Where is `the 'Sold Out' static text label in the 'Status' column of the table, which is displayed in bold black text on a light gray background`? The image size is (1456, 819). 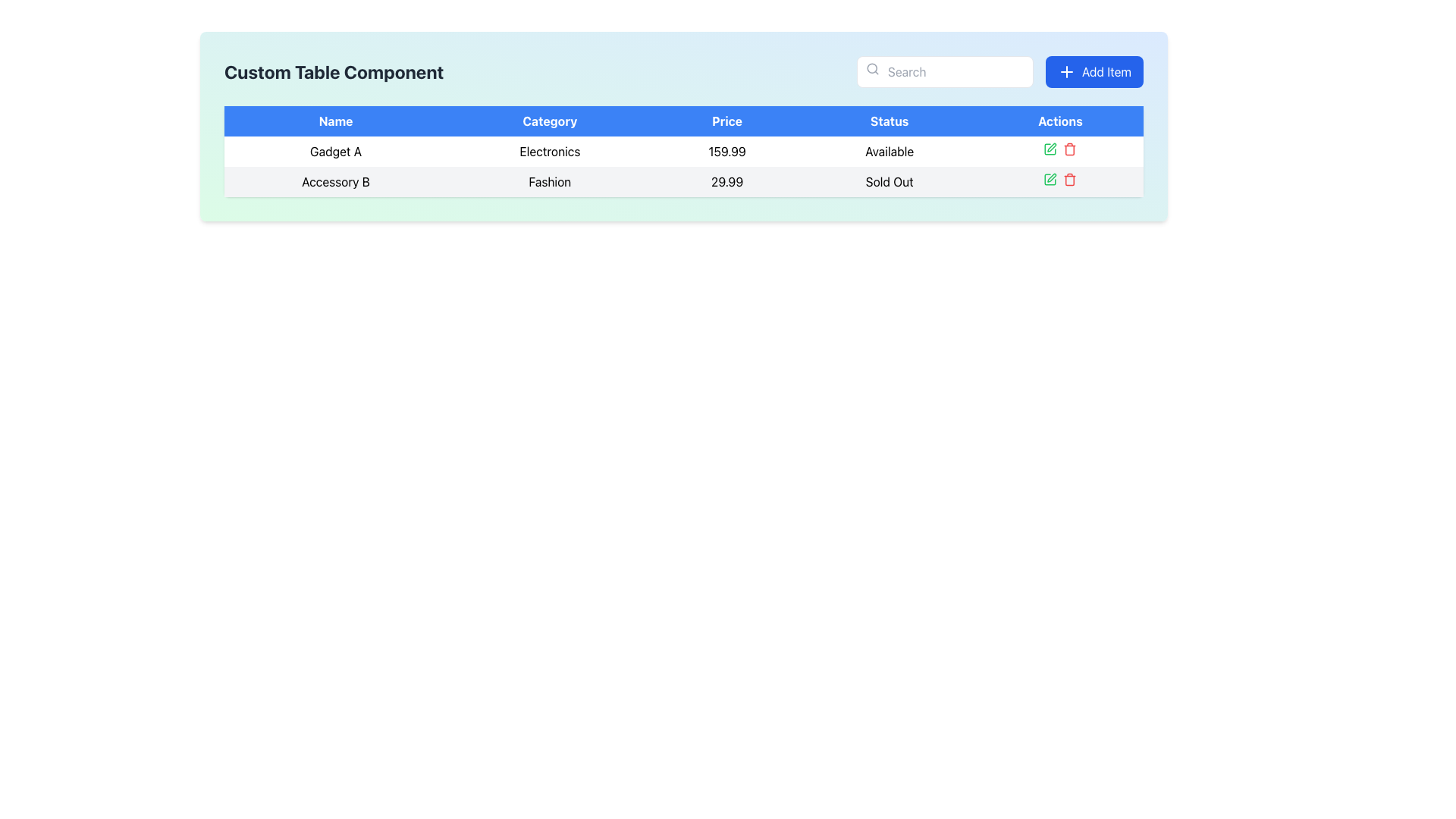 the 'Sold Out' static text label in the 'Status' column of the table, which is displayed in bold black text on a light gray background is located at coordinates (890, 180).